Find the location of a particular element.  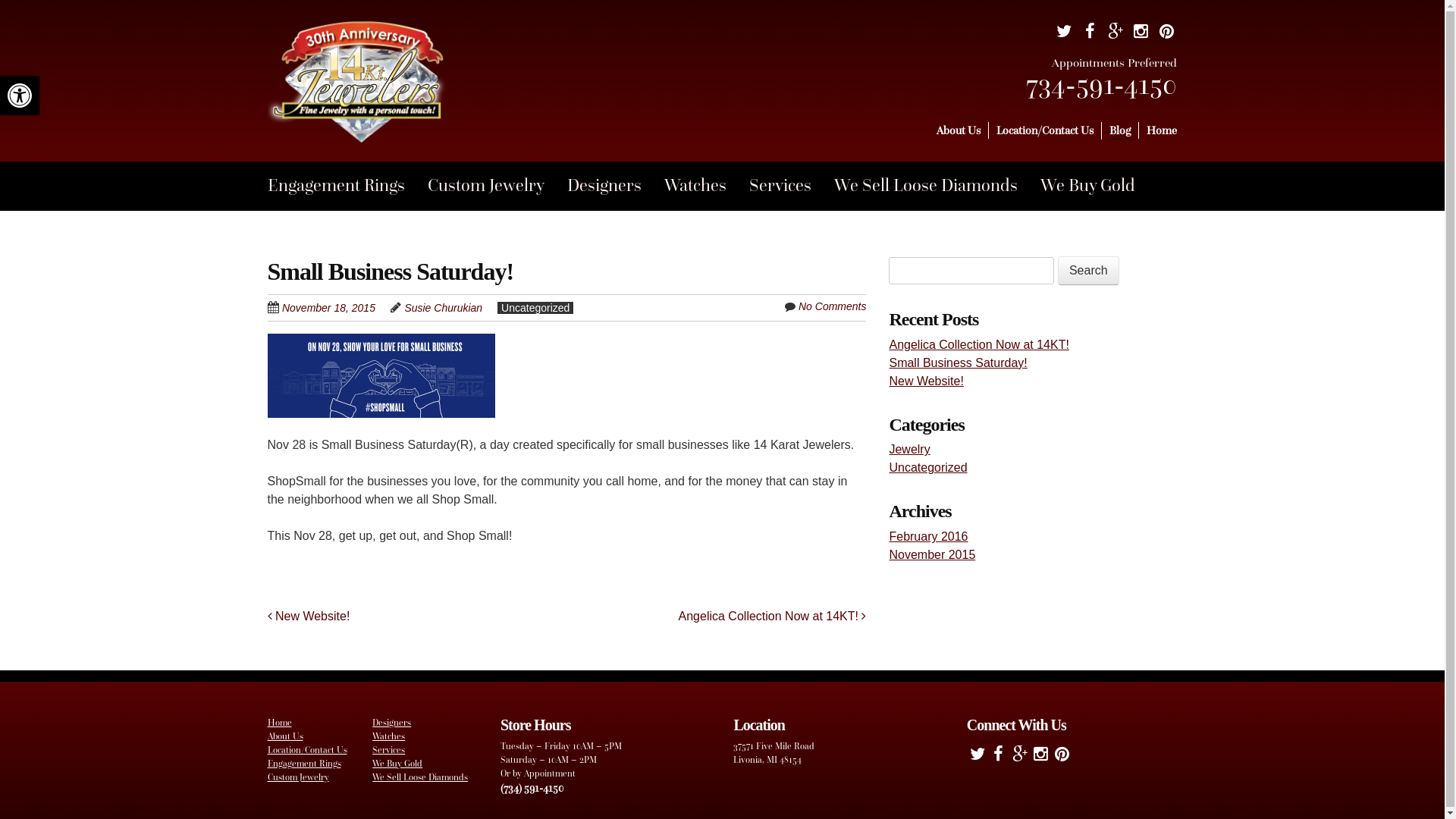

'Open toolbar is located at coordinates (19, 96).